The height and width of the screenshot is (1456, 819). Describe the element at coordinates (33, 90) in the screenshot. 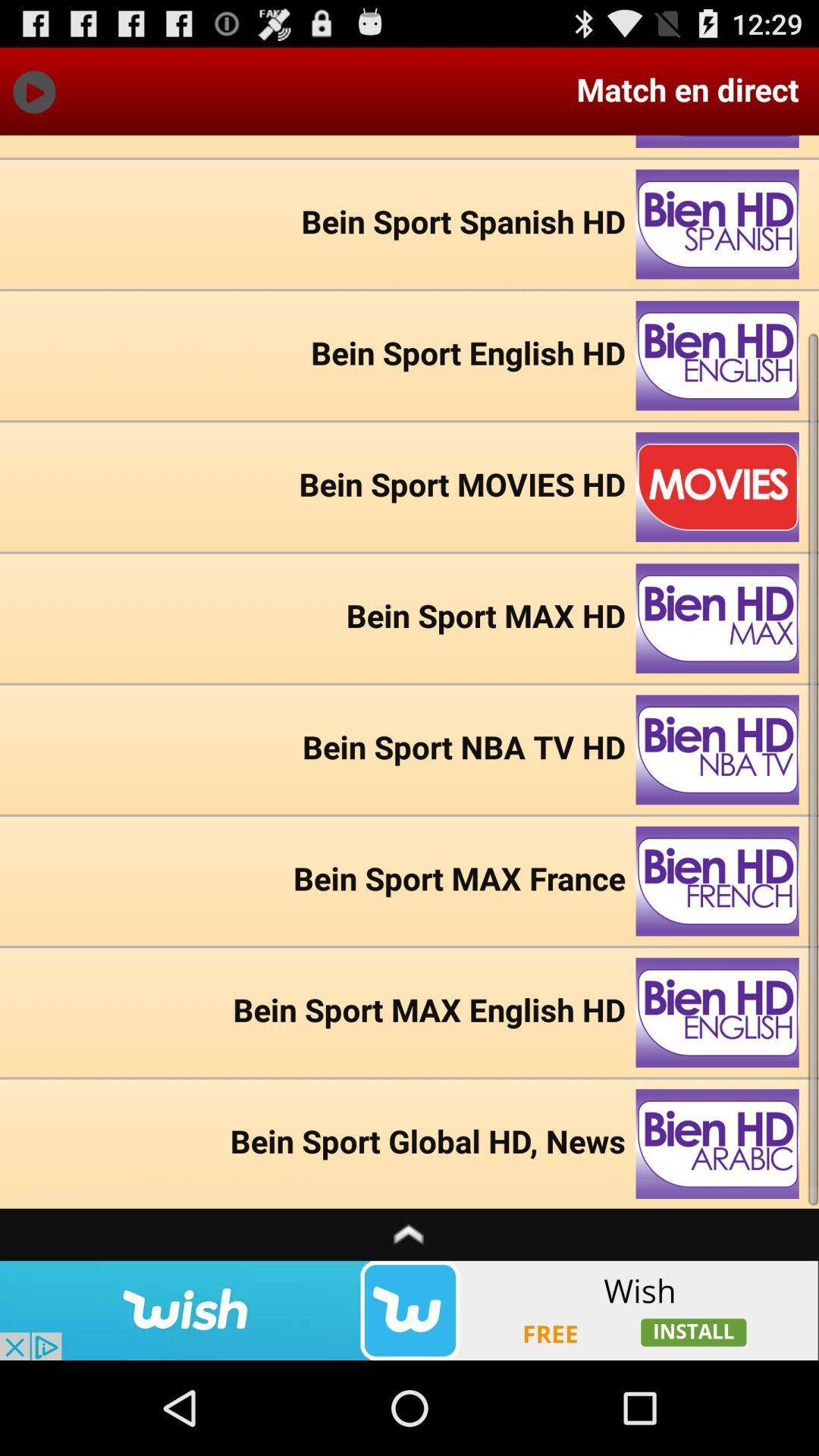

I see `go forward` at that location.